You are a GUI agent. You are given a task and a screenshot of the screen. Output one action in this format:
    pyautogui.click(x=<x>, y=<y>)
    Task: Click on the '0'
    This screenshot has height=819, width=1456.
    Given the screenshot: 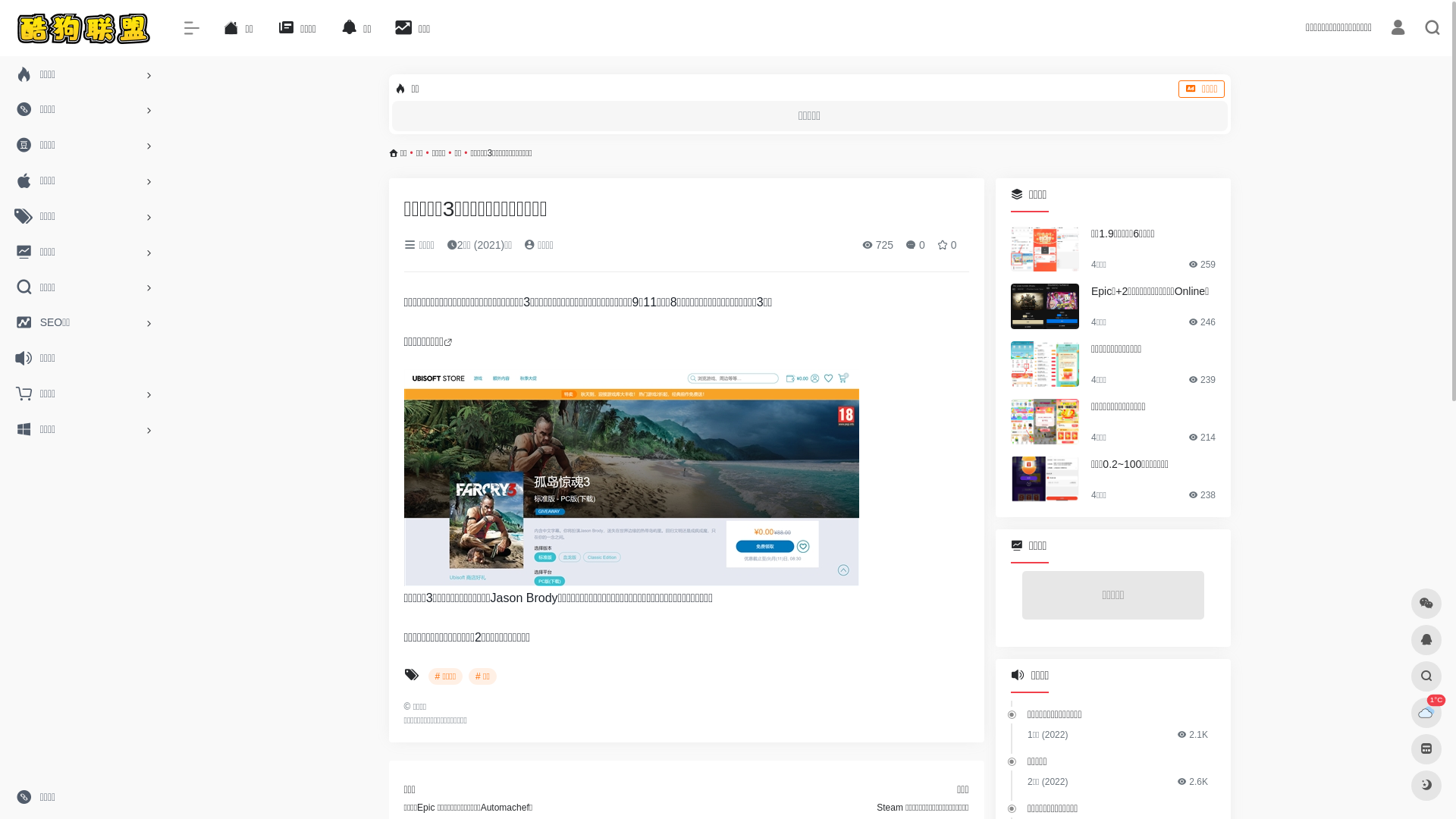 What is the action you would take?
    pyautogui.click(x=937, y=244)
    